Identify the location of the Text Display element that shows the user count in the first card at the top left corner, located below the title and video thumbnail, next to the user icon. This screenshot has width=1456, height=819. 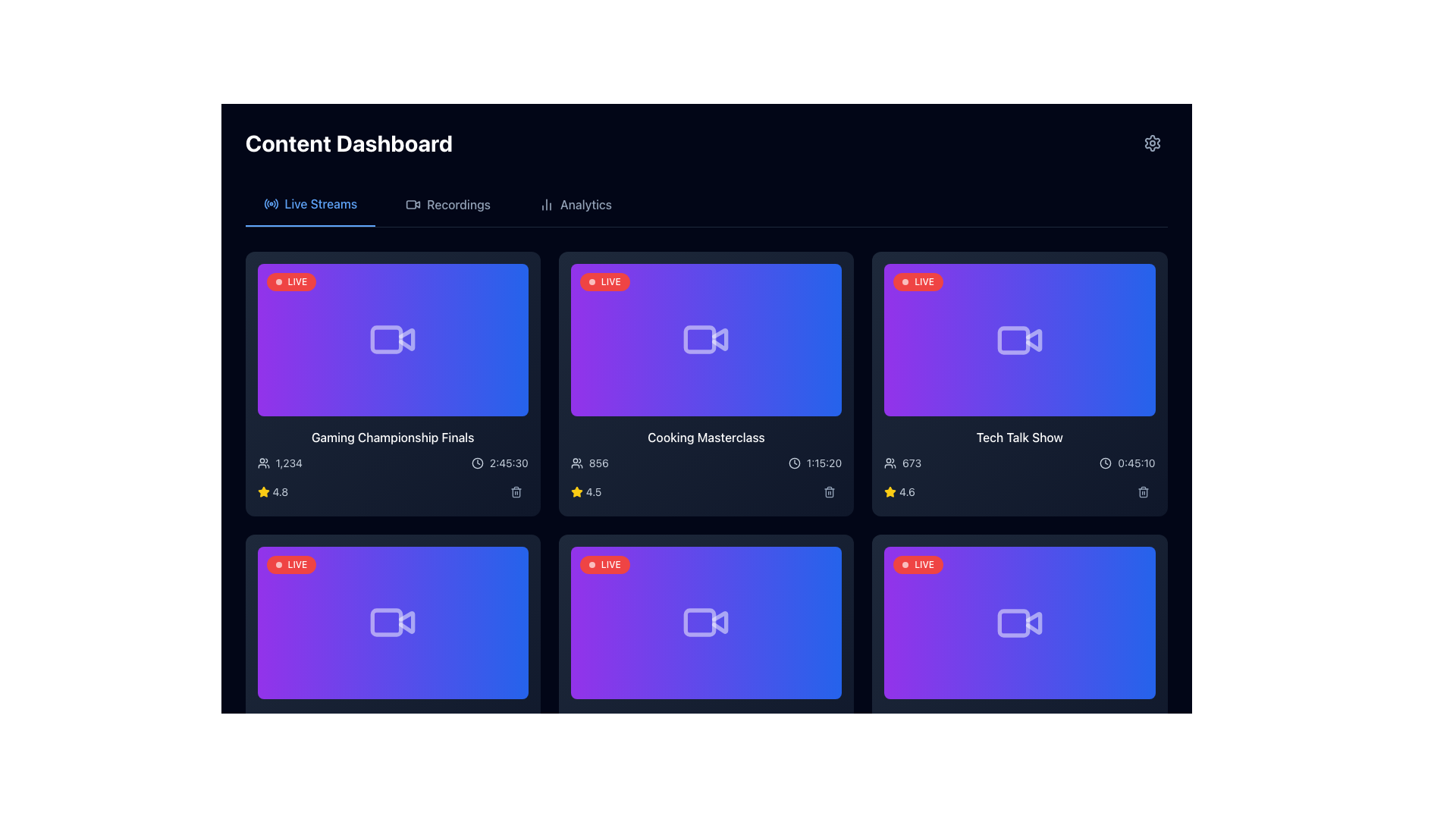
(289, 462).